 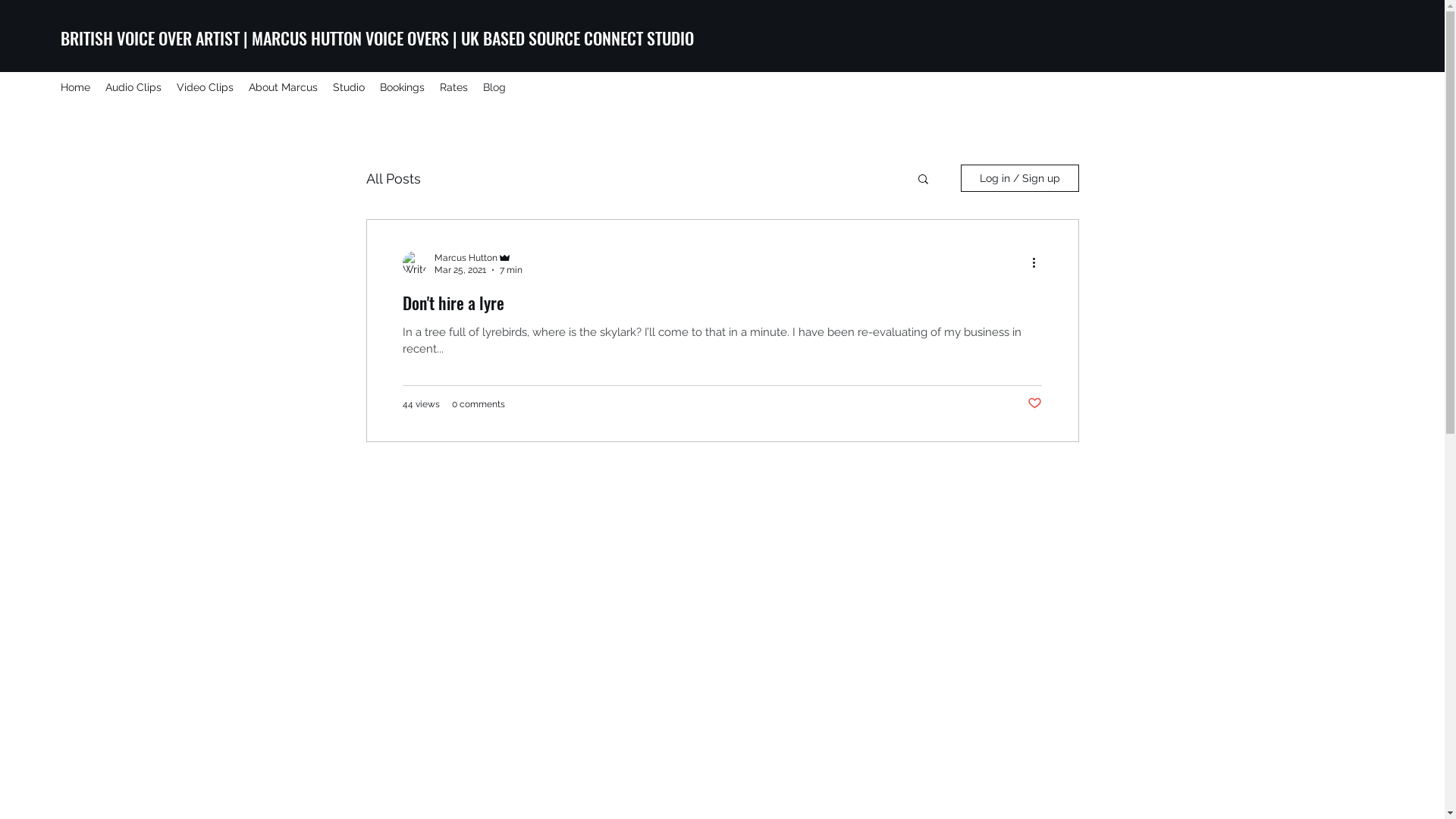 What do you see at coordinates (393, 177) in the screenshot?
I see `'All Posts'` at bounding box center [393, 177].